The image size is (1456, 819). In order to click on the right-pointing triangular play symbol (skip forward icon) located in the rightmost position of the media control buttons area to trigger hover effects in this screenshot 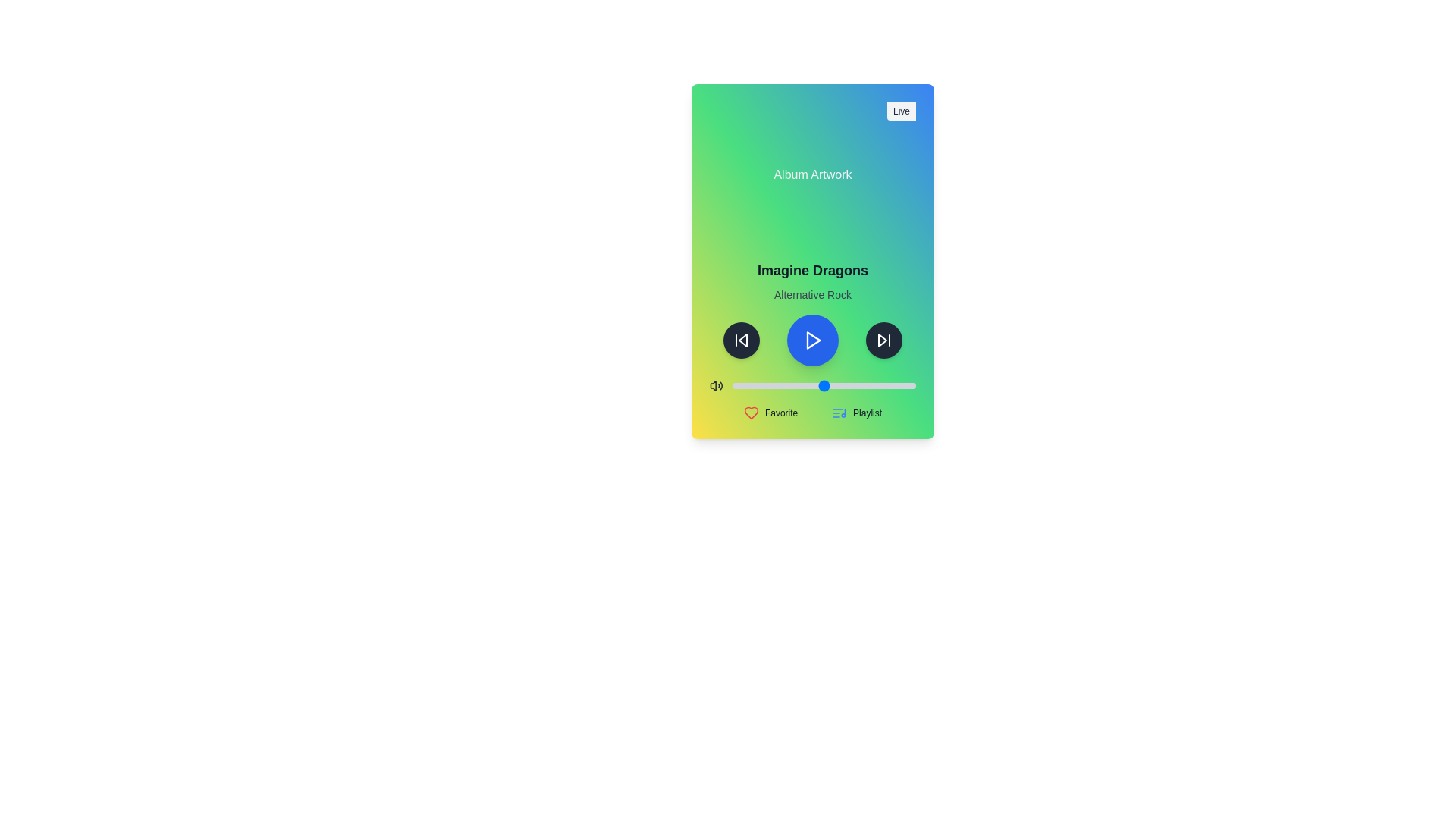, I will do `click(884, 339)`.